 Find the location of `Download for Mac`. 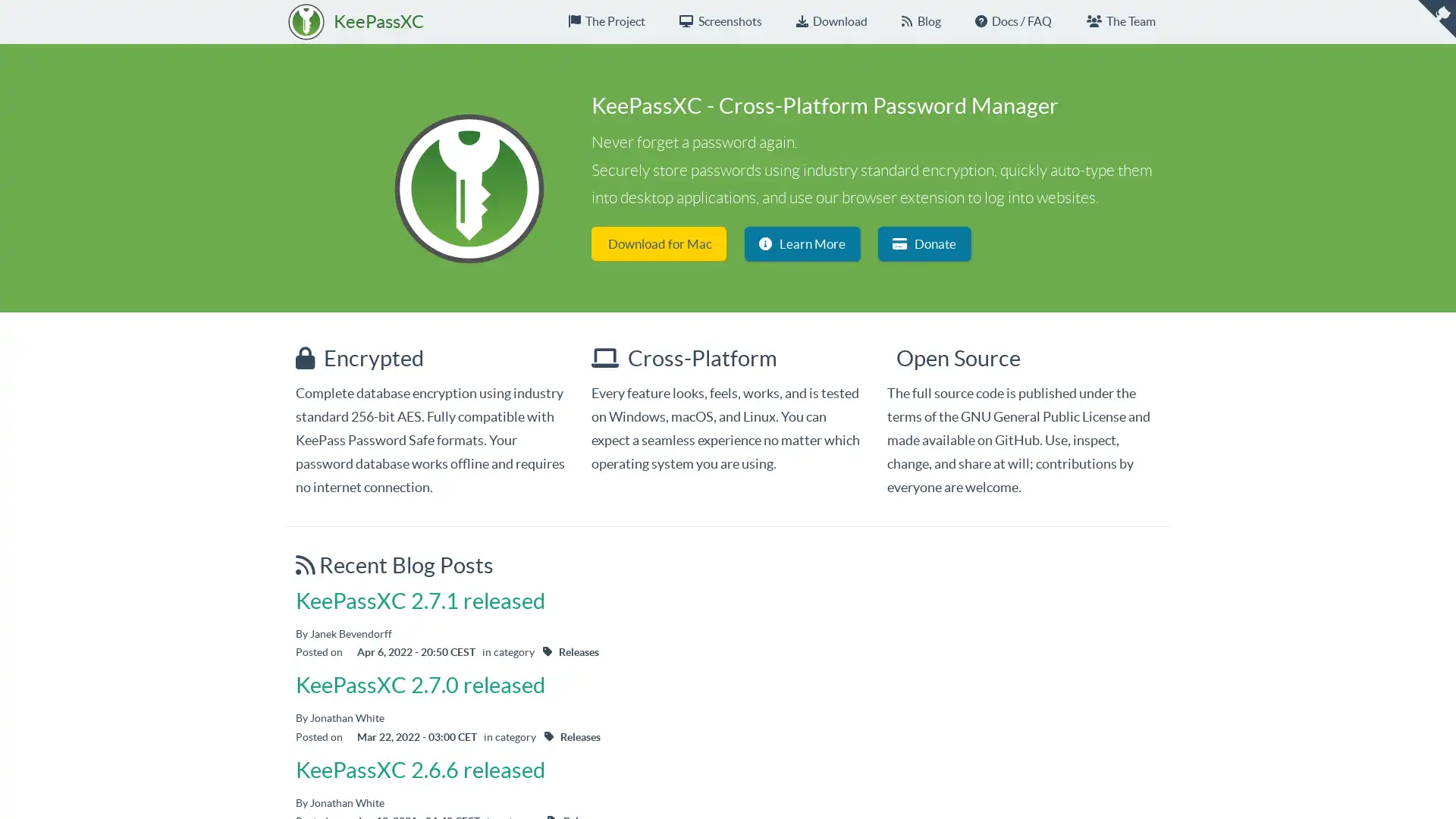

Download for Mac is located at coordinates (658, 242).